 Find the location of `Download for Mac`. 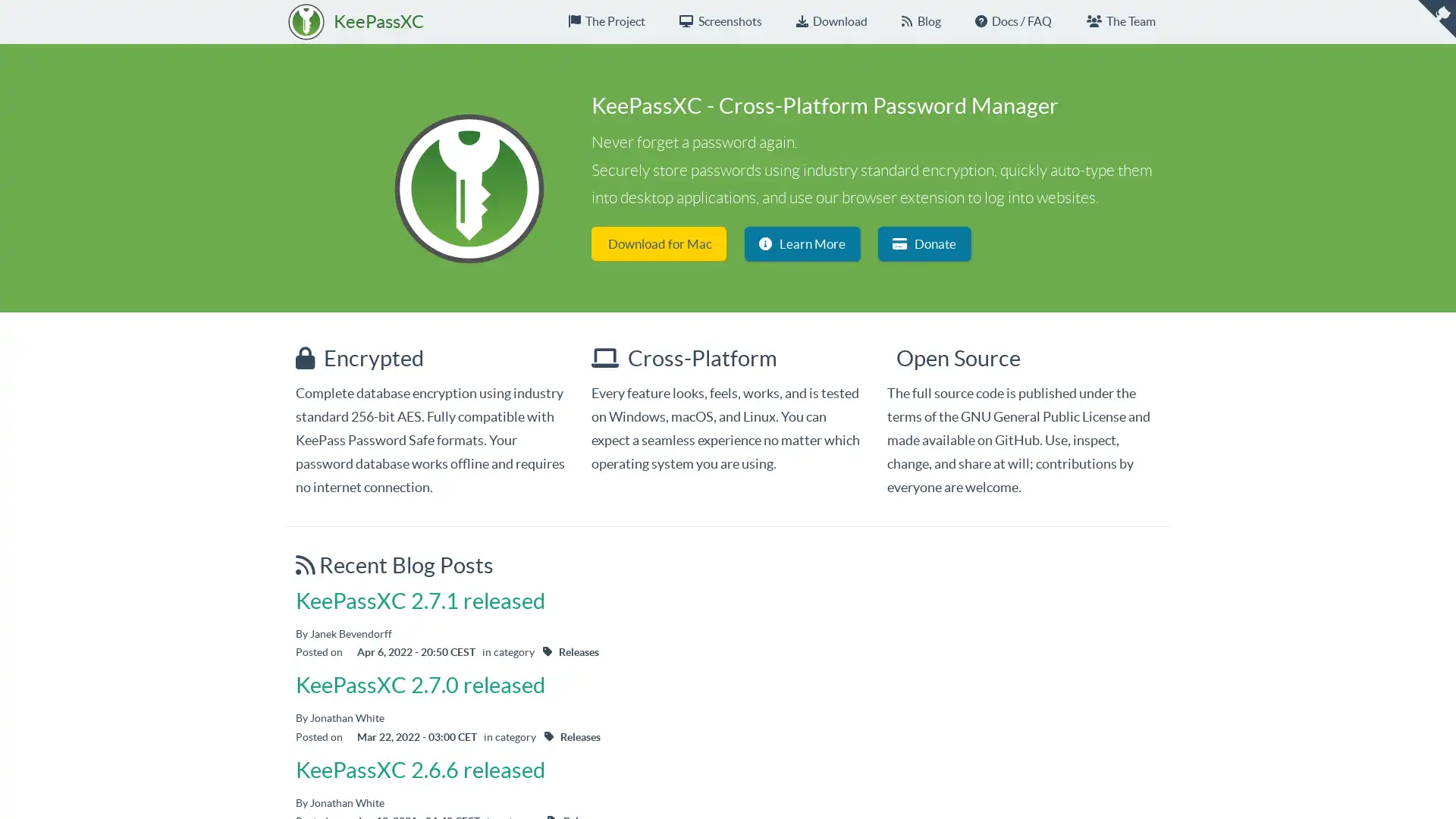

Download for Mac is located at coordinates (658, 242).